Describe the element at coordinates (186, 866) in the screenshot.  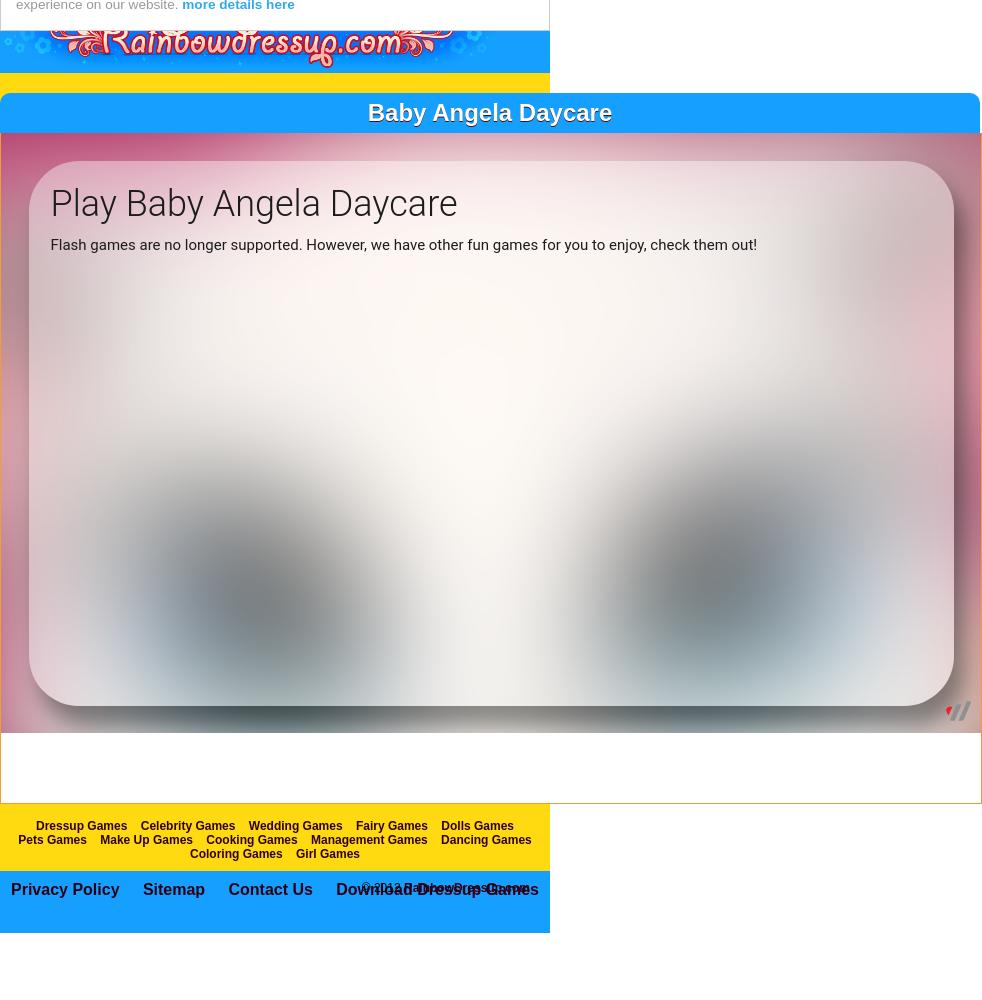
I see `'Celebrity Games'` at that location.